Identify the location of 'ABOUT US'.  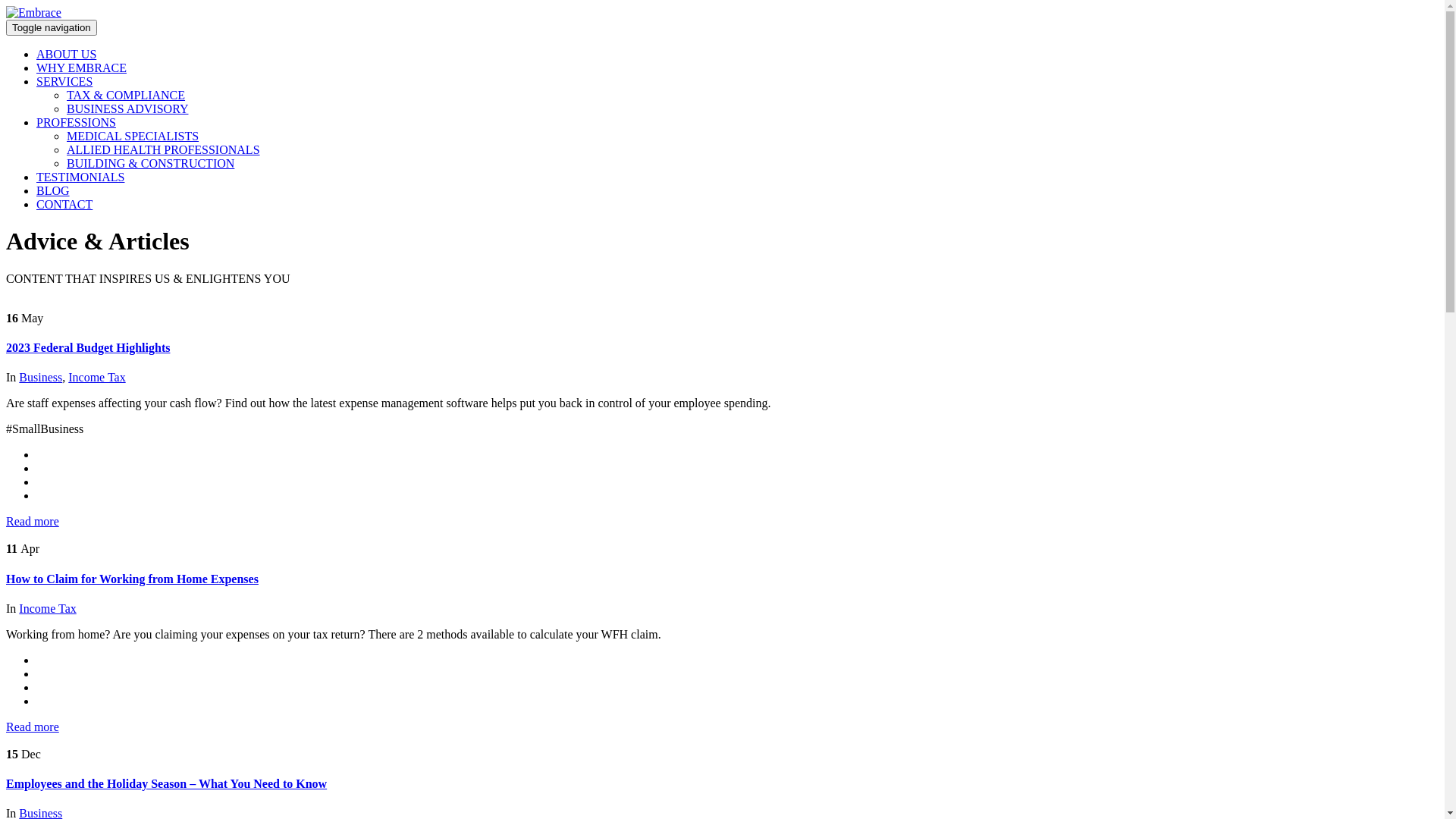
(65, 53).